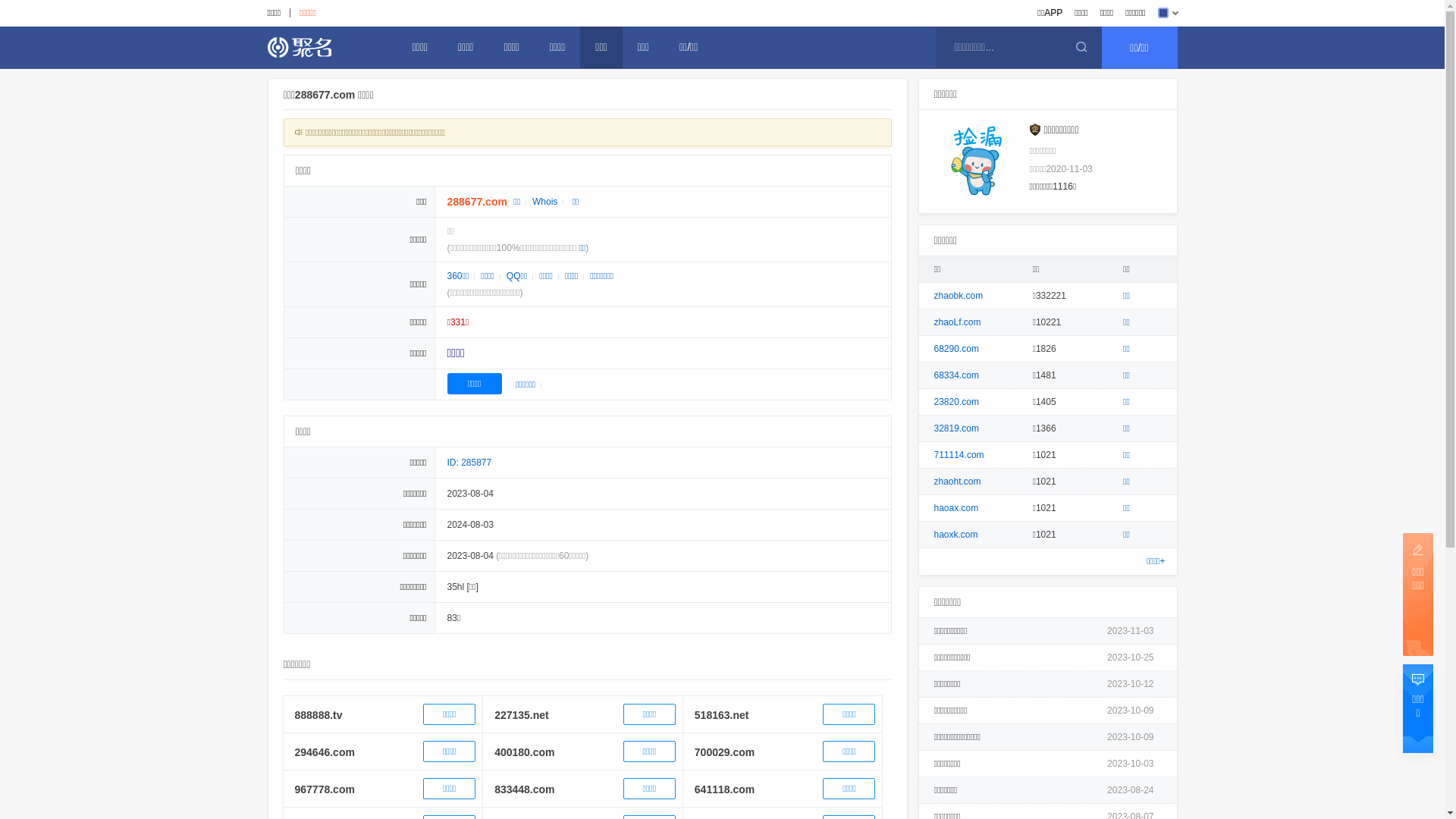 This screenshot has height=819, width=1456. What do you see at coordinates (469, 461) in the screenshot?
I see `'ID: 285877'` at bounding box center [469, 461].